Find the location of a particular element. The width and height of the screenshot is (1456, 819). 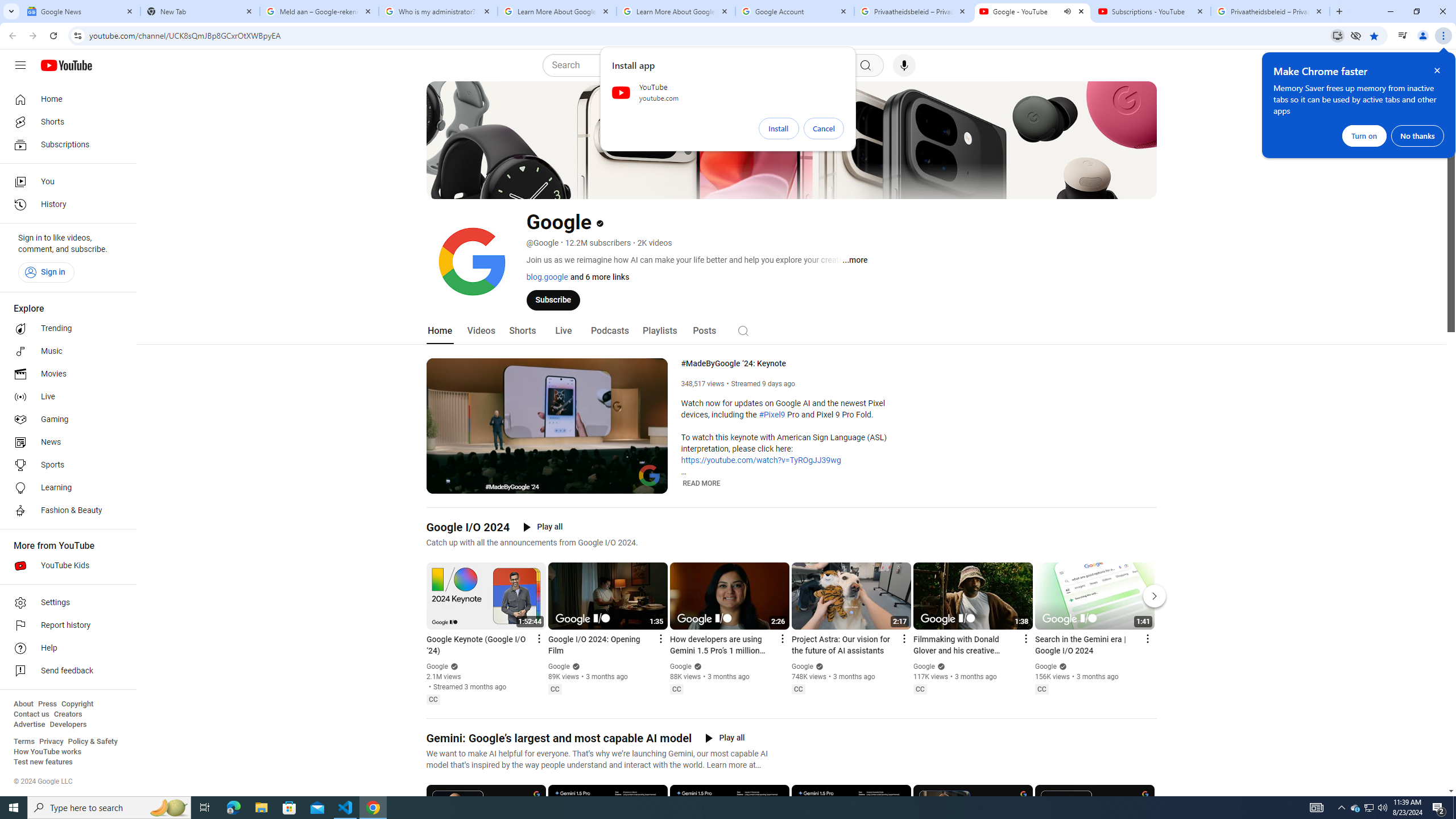

'Advertise' is located at coordinates (28, 723).